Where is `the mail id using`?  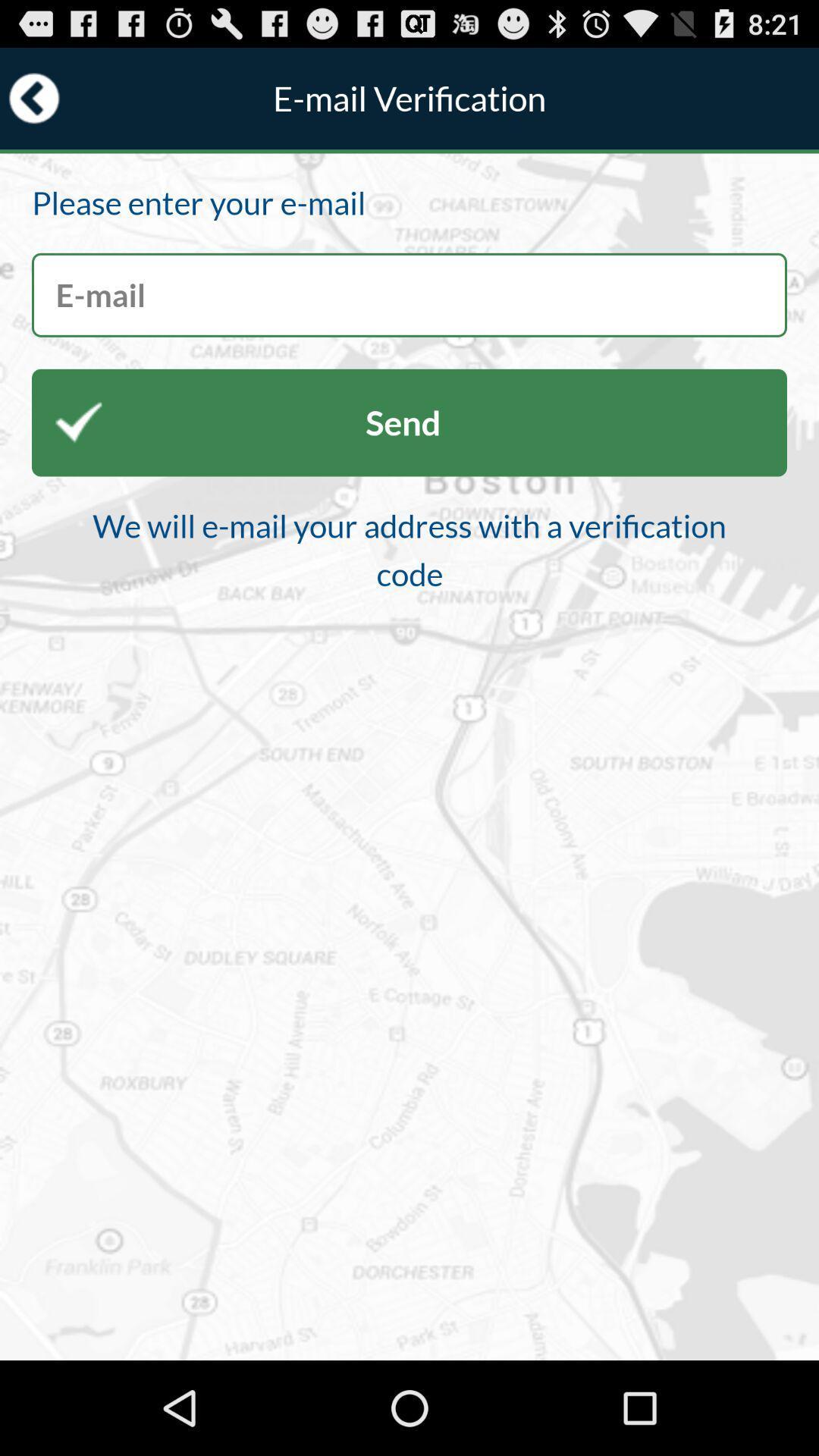 the mail id using is located at coordinates (409, 295).